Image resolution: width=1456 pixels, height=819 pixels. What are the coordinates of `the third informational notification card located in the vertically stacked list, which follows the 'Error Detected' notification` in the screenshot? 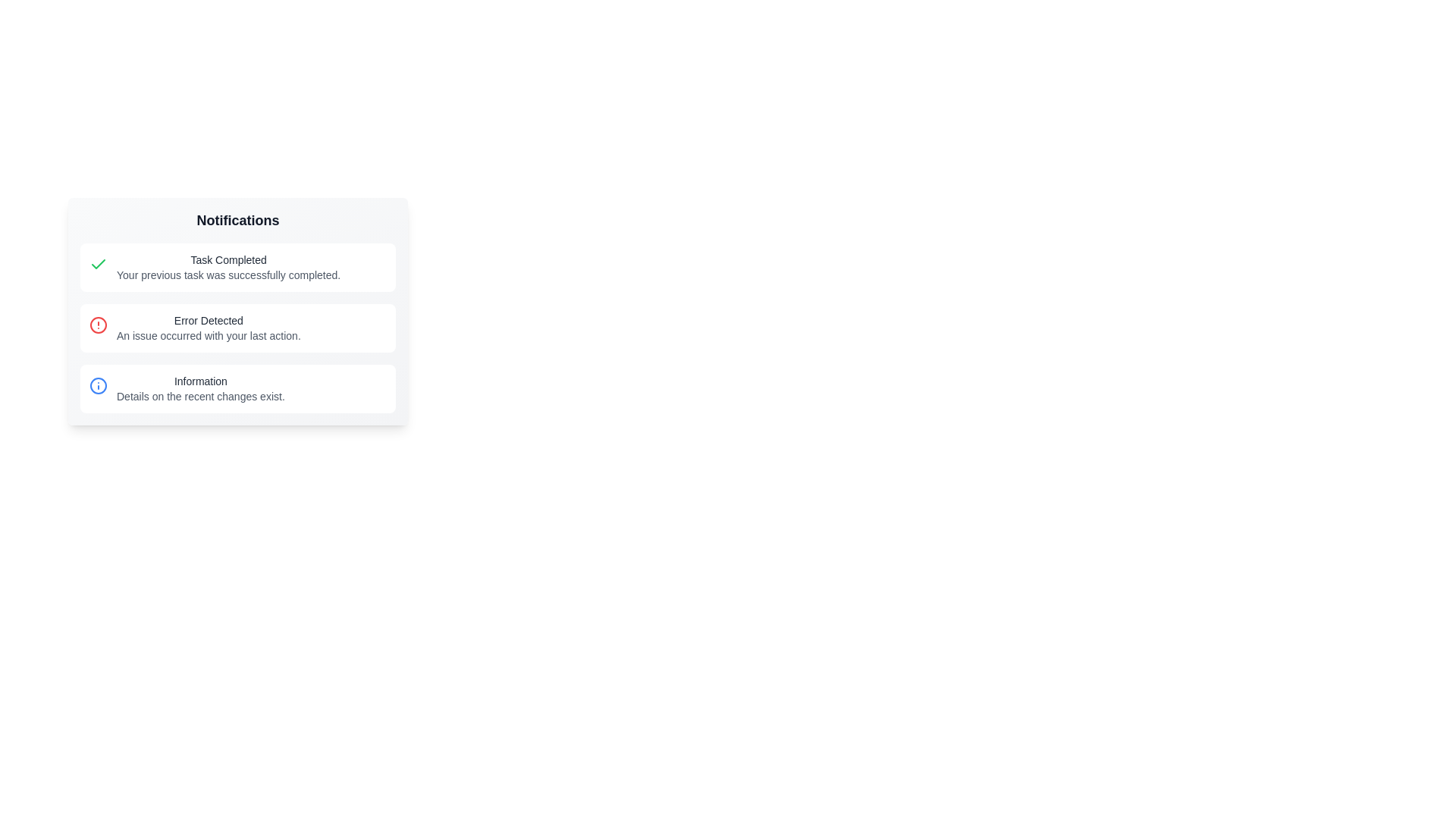 It's located at (237, 388).